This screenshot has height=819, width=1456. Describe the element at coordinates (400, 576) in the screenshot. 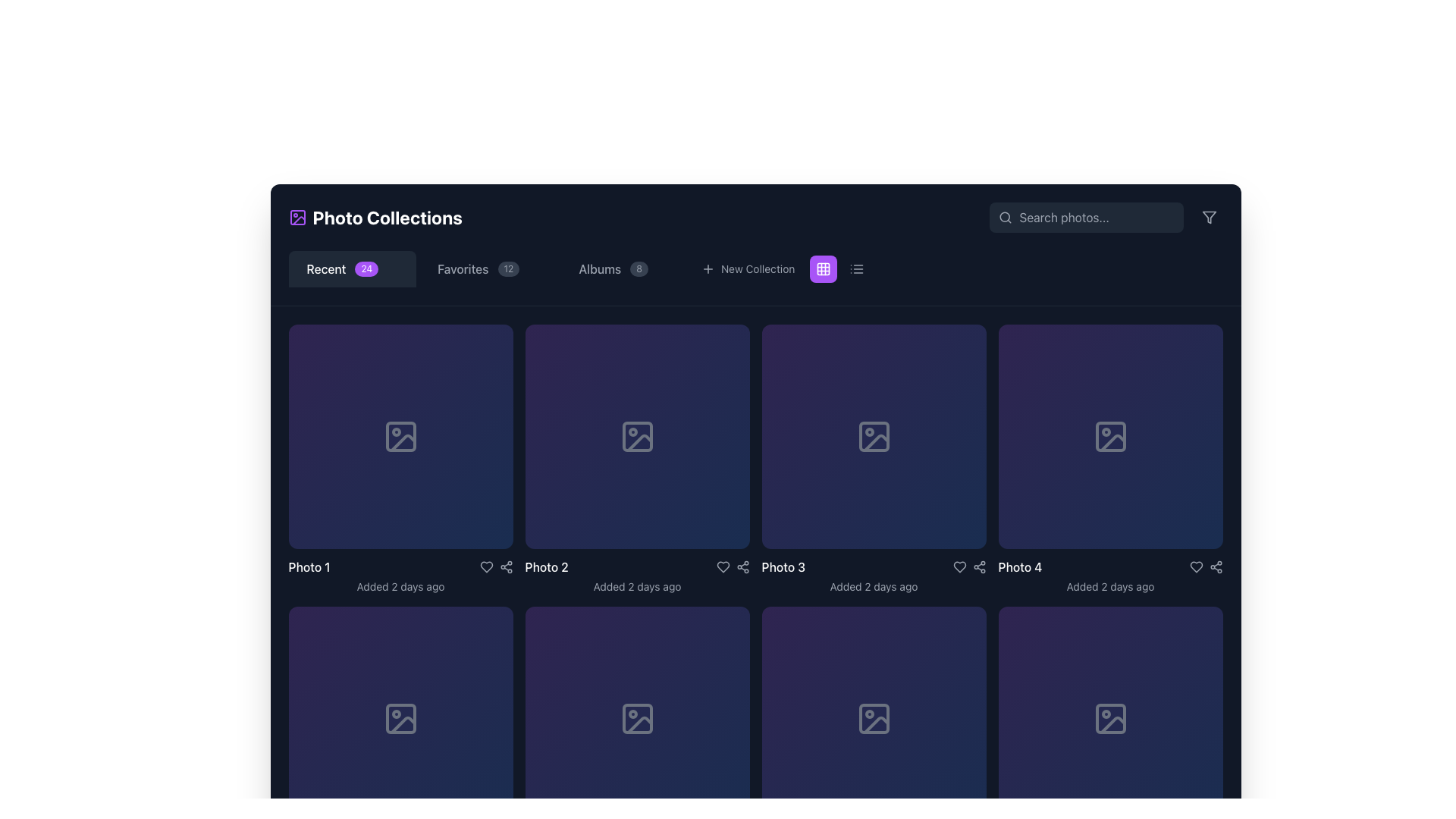

I see `the text display component that shows the title 'Photo 1' and the subtitle 'Added 2 days ago' in a card layout with a dark background` at that location.